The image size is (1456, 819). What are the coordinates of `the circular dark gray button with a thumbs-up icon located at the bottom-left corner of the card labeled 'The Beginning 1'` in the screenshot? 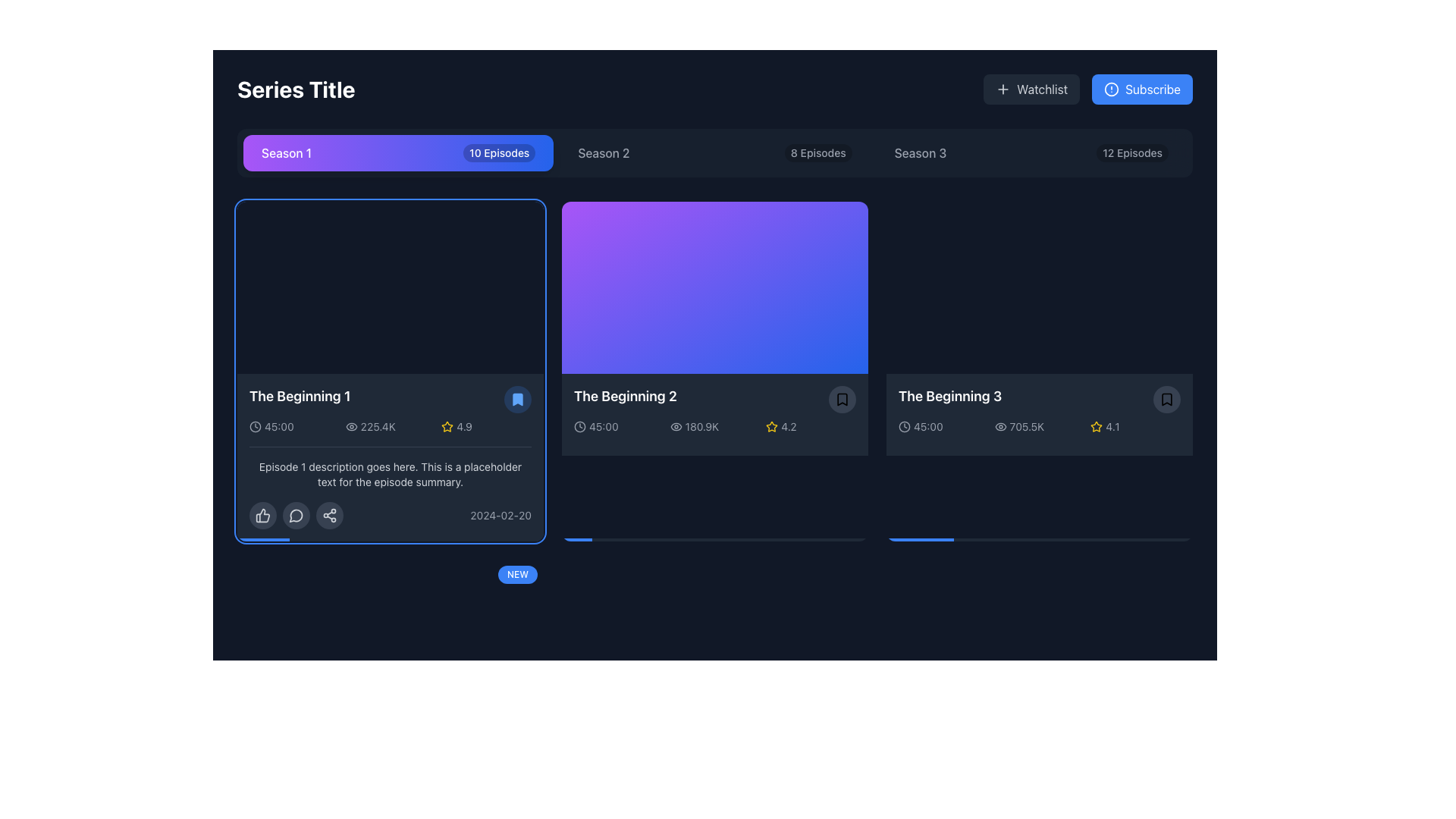 It's located at (262, 514).